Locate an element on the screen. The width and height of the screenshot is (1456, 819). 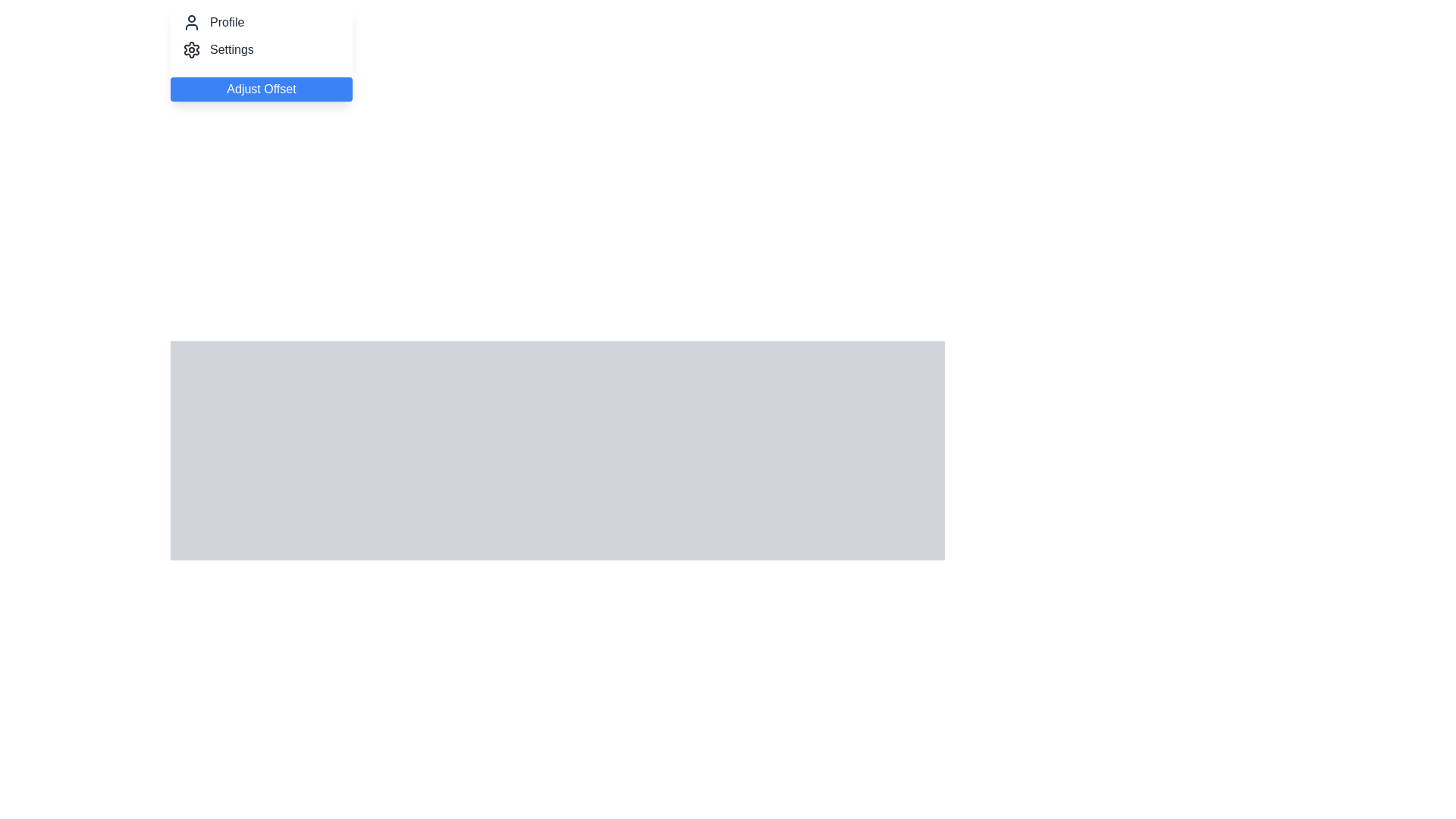
displayed text of the 'Profile' label located in the top section of the panel, right of the user icon and above the 'Settings' label is located at coordinates (226, 23).